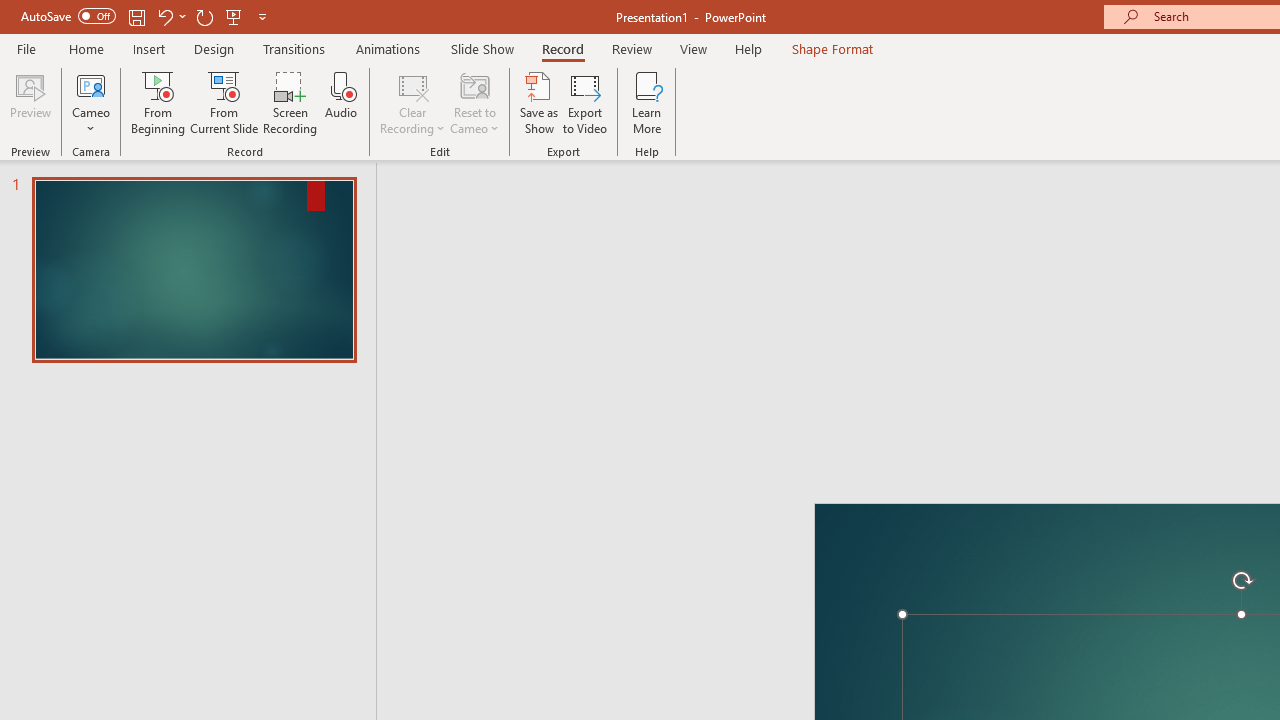 This screenshot has width=1280, height=720. I want to click on 'Reset to Cameo', so click(473, 103).